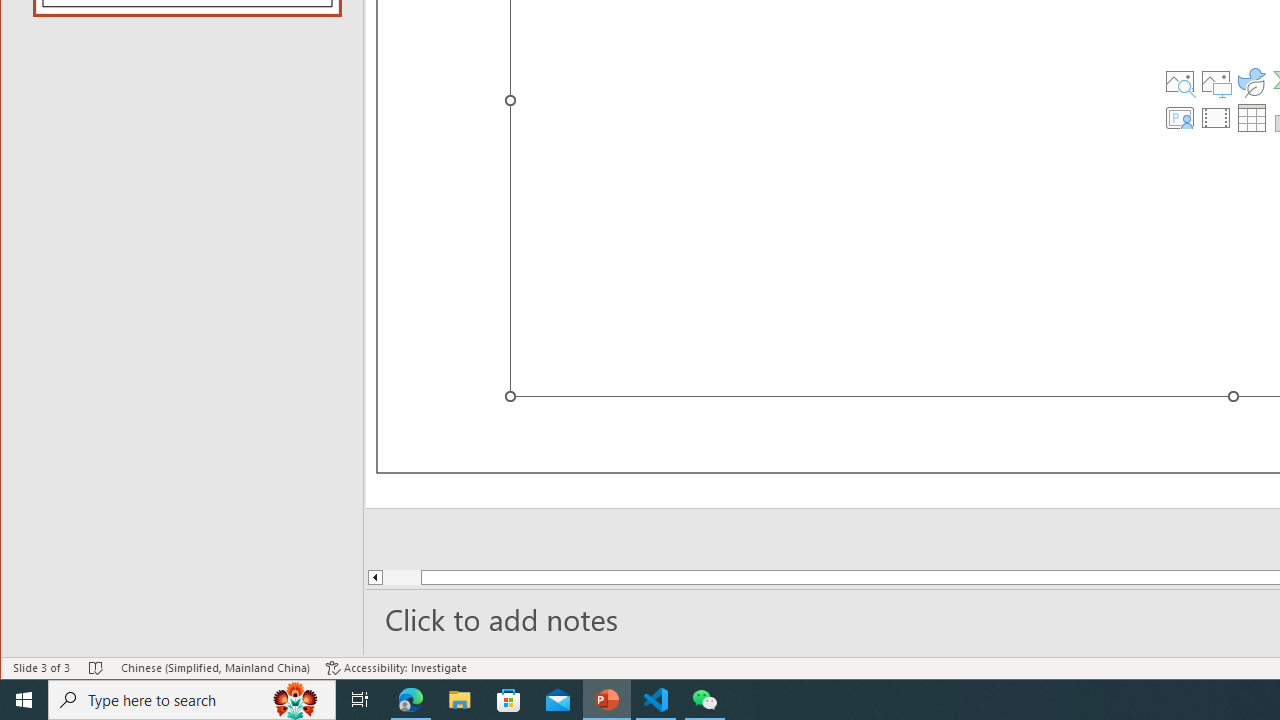 The height and width of the screenshot is (720, 1280). What do you see at coordinates (1215, 81) in the screenshot?
I see `'Pictures'` at bounding box center [1215, 81].